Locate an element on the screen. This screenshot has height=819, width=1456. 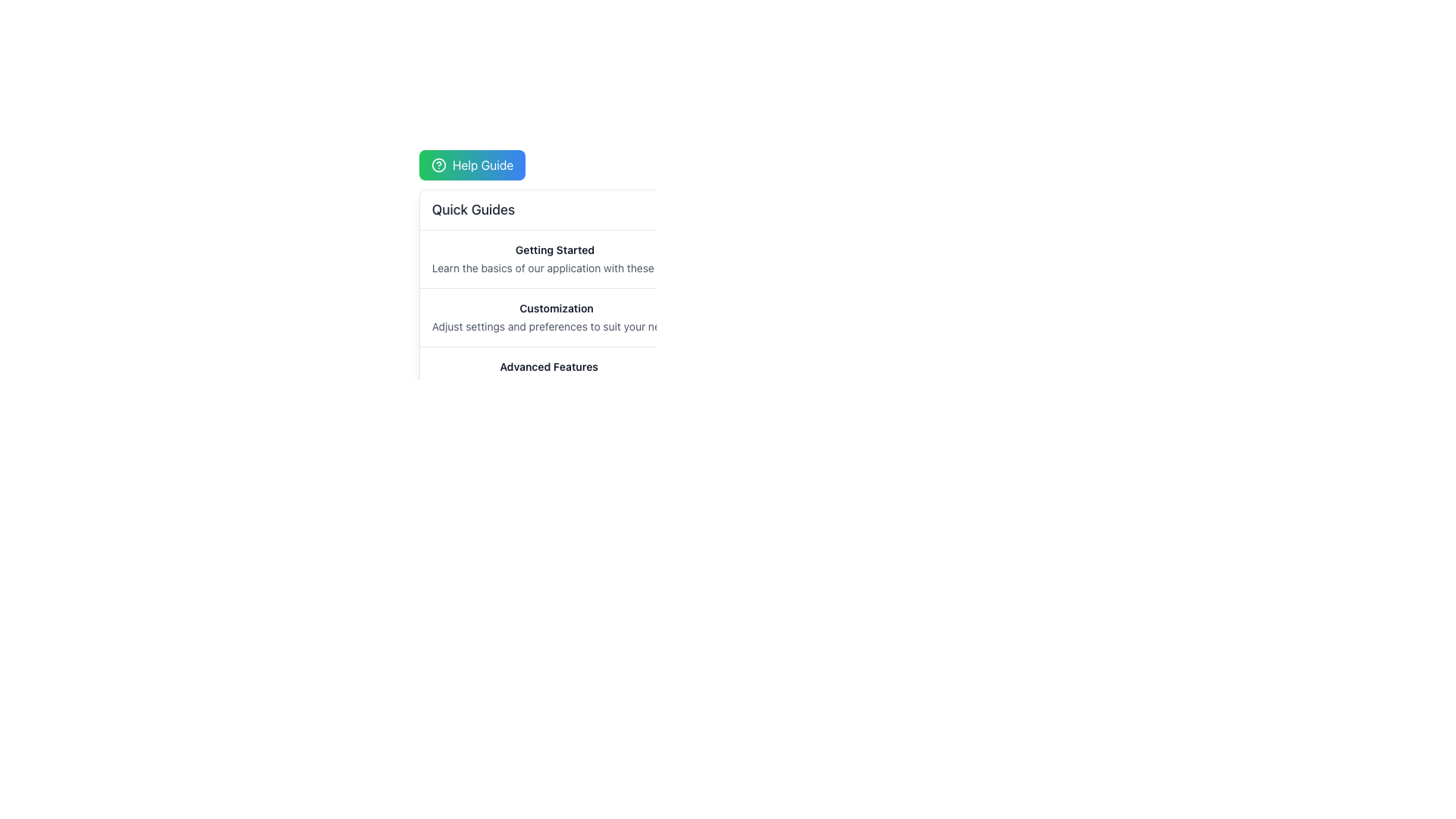
the Text Label that serves as a section heading for customizing settings, located above the text 'Adjust settings and preferences...' and below the 'Getting Started' section in the menu is located at coordinates (556, 308).